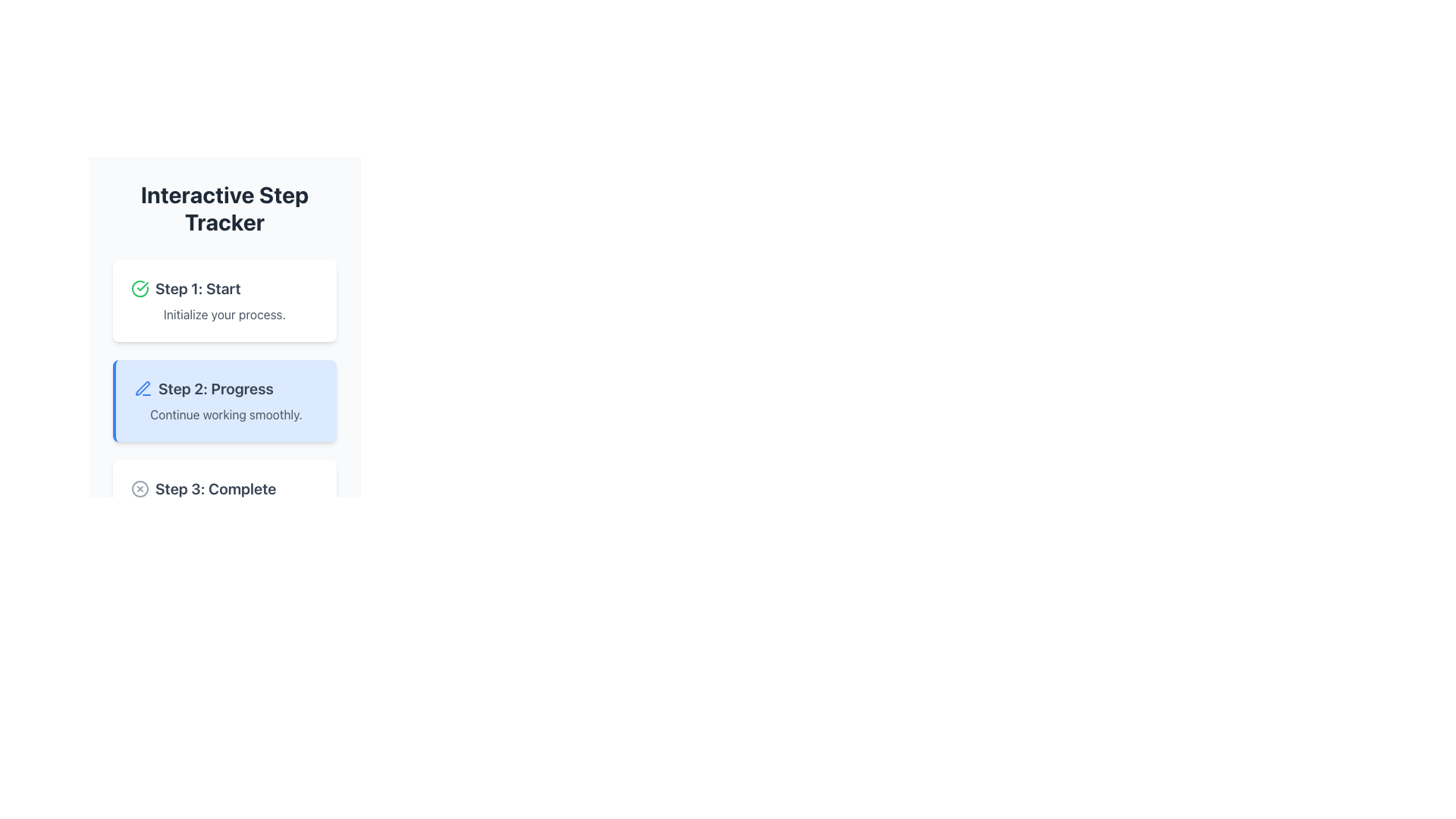 This screenshot has width=1456, height=819. What do you see at coordinates (215, 488) in the screenshot?
I see `the text label indicating the last step in the multistep process, which is positioned below the 'Step 2: Progress' section and aligned with a small icon to its left` at bounding box center [215, 488].